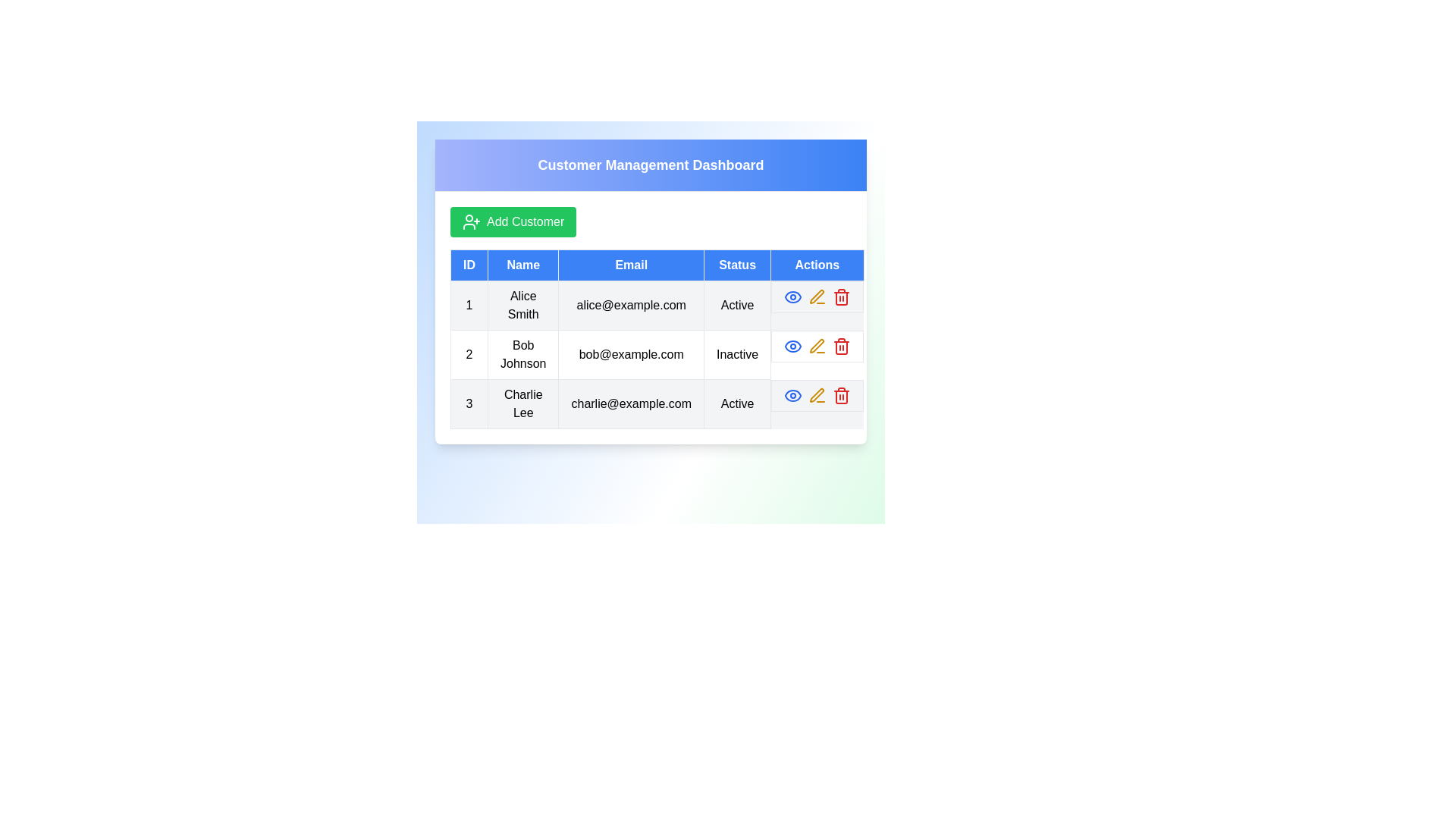 Image resolution: width=1456 pixels, height=819 pixels. I want to click on the 'Add Customer' button to initiate the process of adding a new customer, so click(513, 222).